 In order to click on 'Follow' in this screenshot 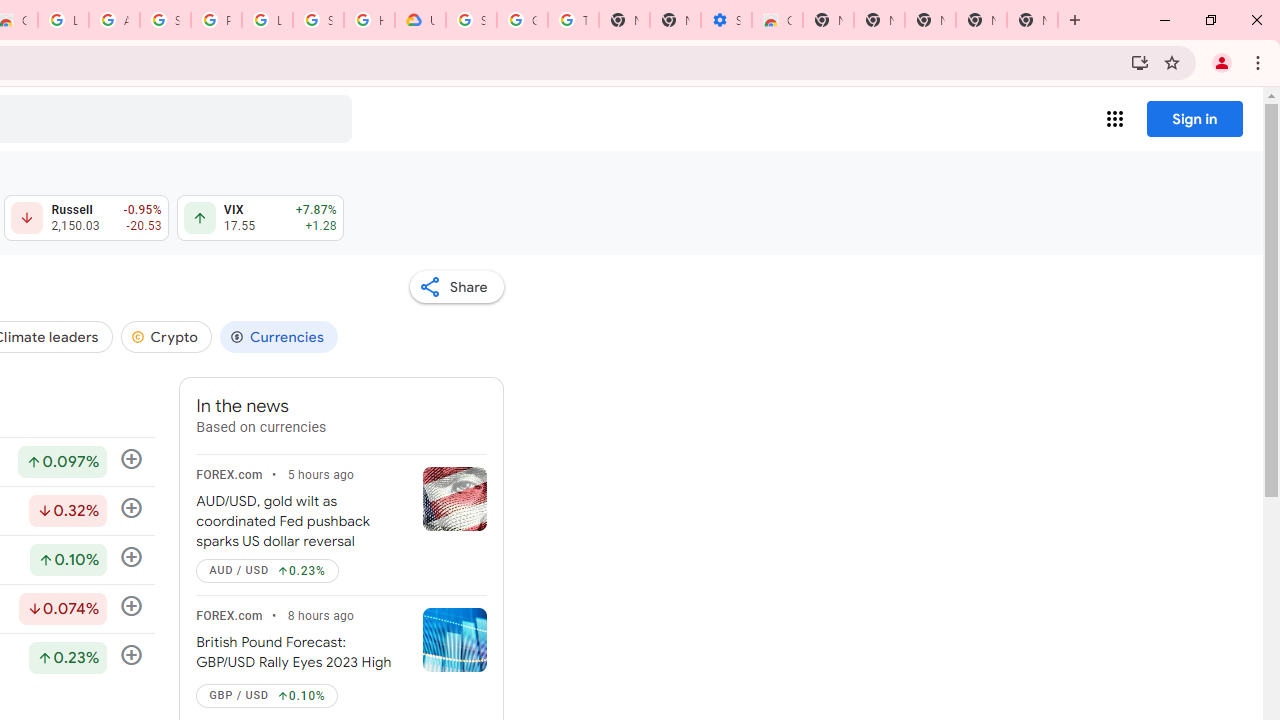, I will do `click(130, 655)`.